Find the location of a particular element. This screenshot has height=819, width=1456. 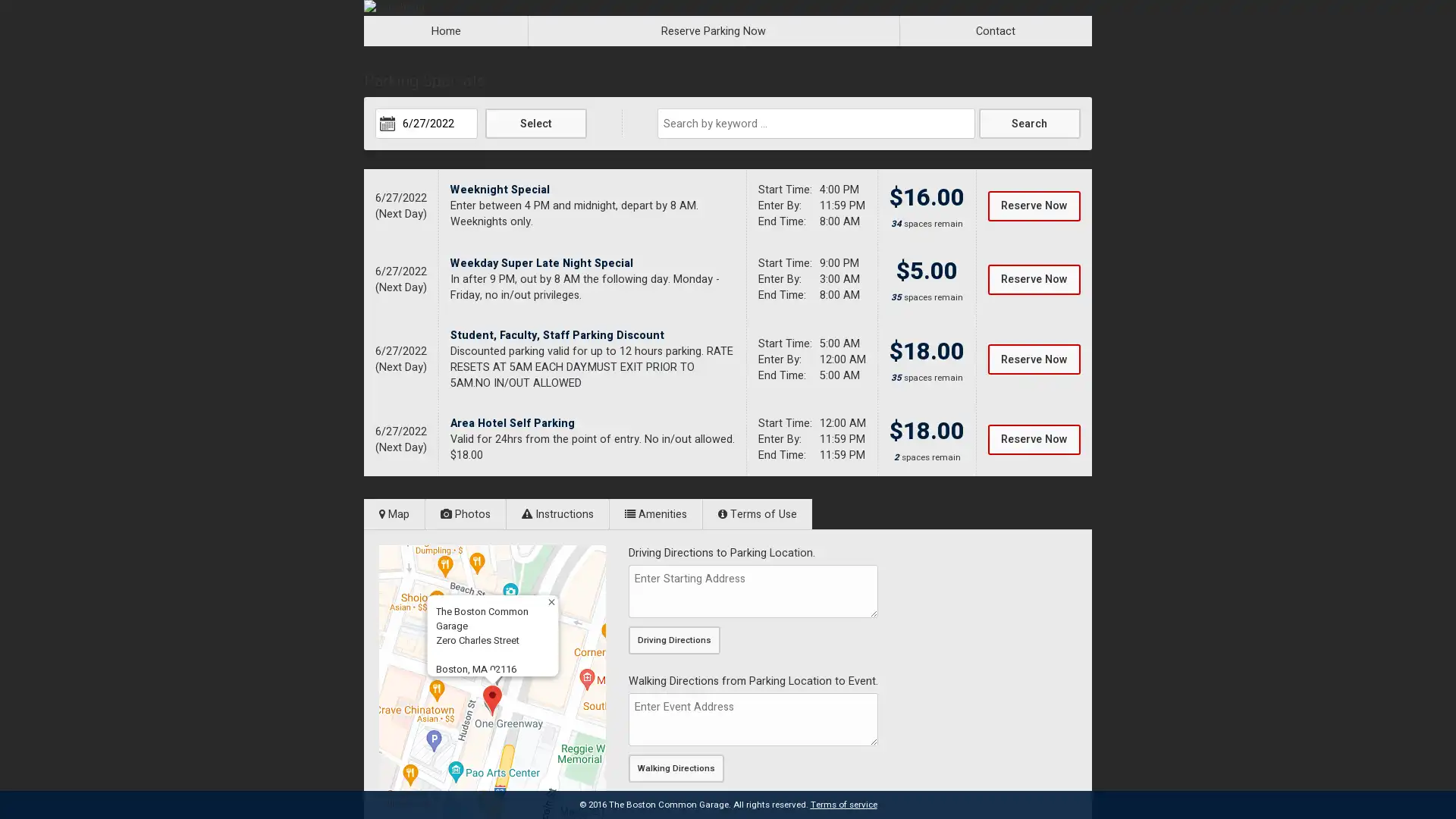

Reserve Now is located at coordinates (1033, 438).